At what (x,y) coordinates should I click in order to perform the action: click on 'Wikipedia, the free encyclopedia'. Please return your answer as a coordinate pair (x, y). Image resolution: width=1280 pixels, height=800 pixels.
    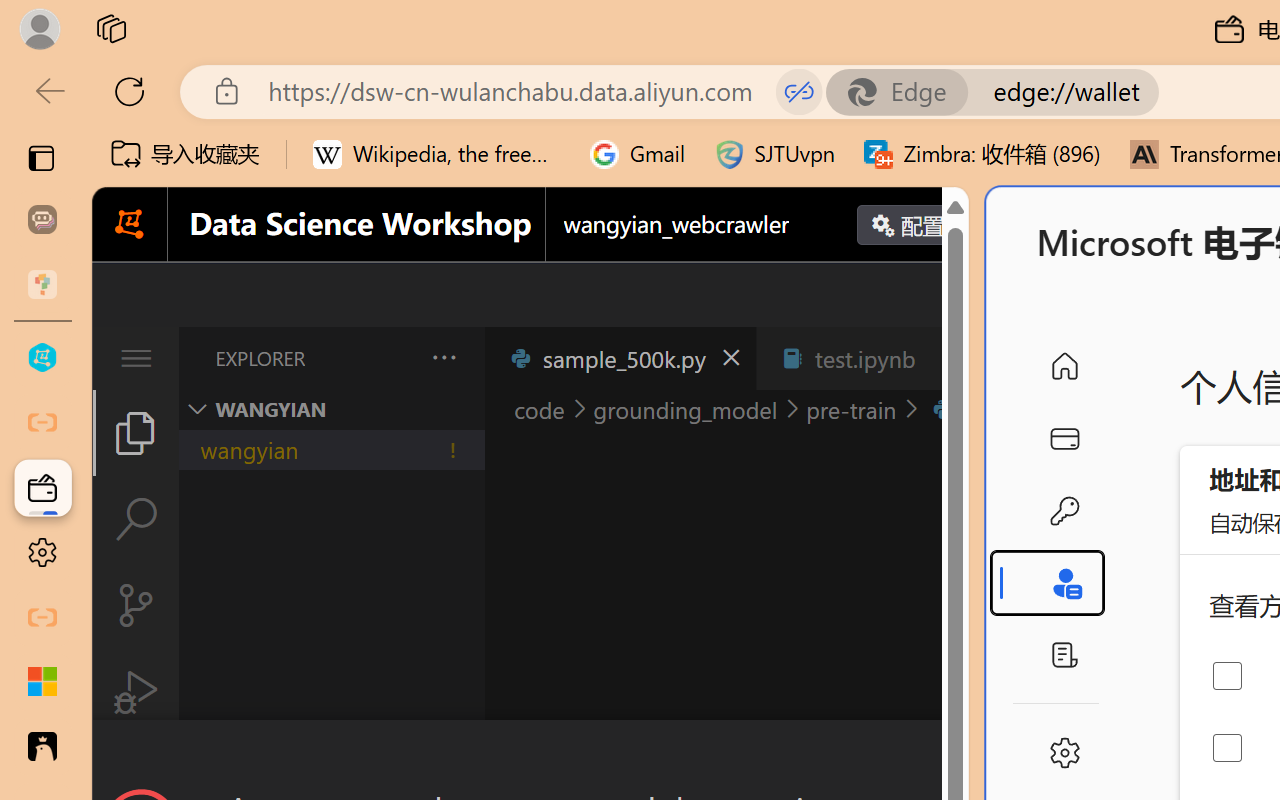
    Looking at the image, I should click on (436, 154).